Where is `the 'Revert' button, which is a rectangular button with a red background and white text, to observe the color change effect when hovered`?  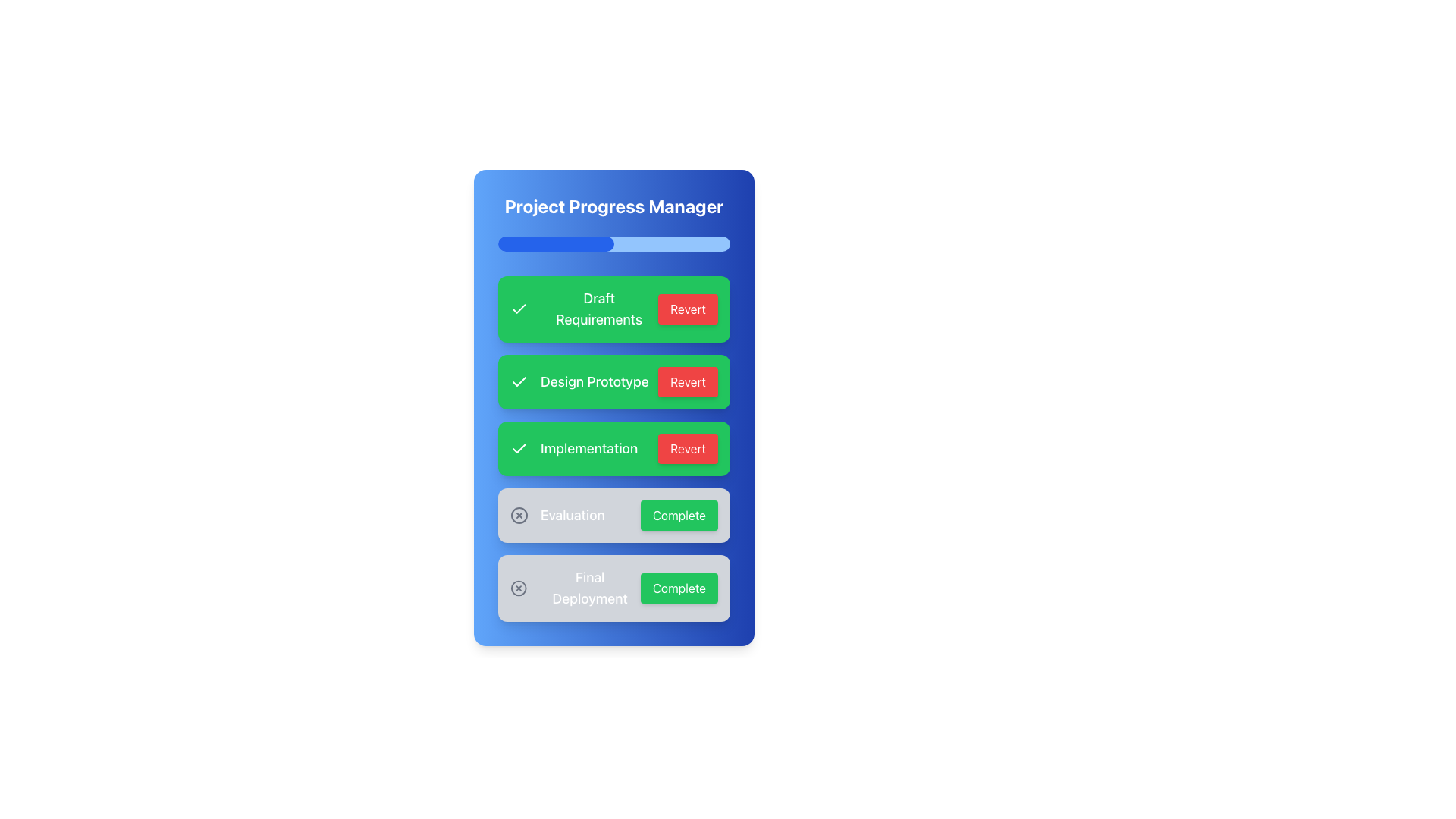
the 'Revert' button, which is a rectangular button with a red background and white text, to observe the color change effect when hovered is located at coordinates (687, 309).